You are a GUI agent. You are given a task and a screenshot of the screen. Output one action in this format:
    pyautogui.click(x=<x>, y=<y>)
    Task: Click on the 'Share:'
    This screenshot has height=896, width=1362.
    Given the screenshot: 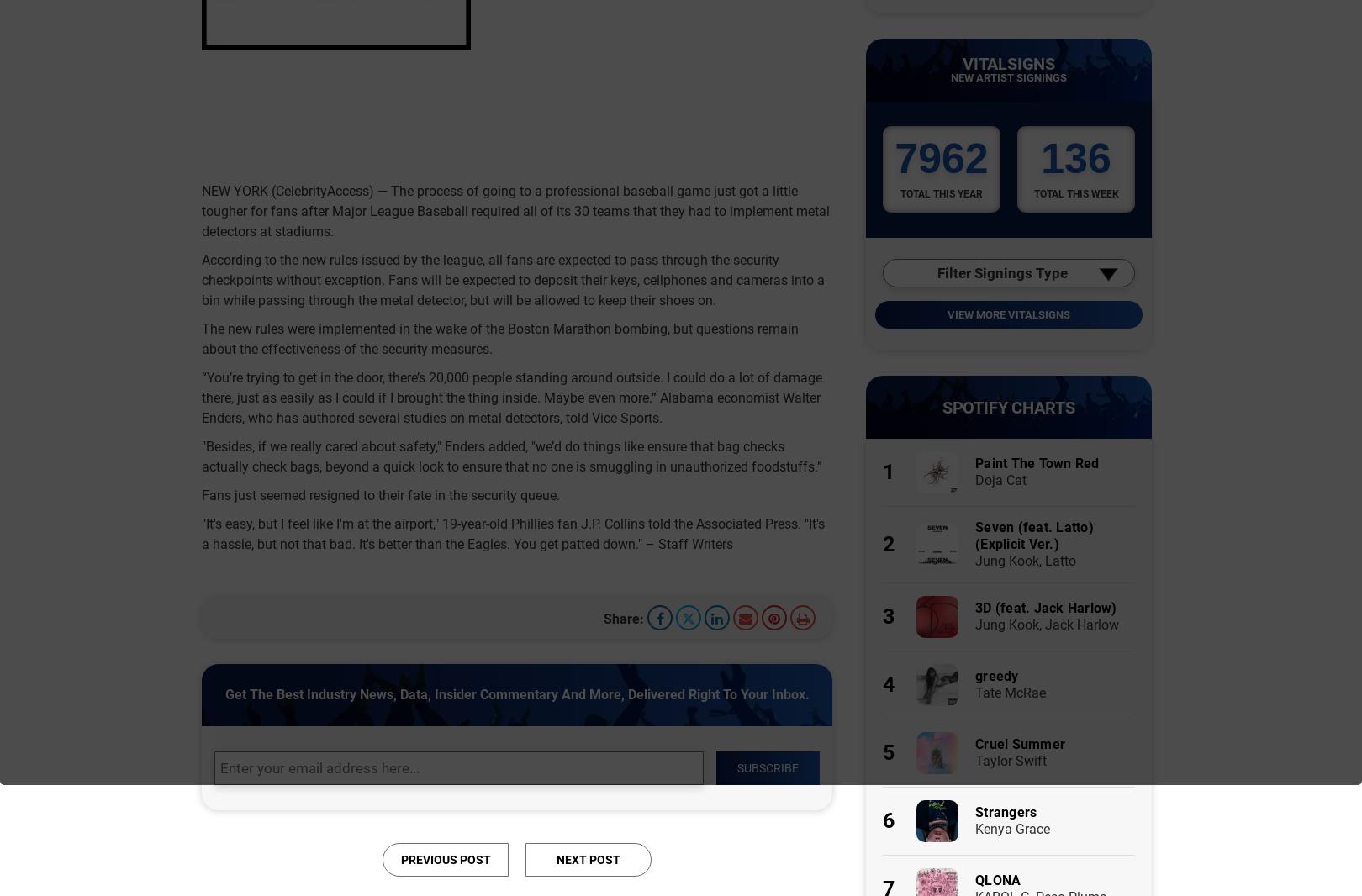 What is the action you would take?
    pyautogui.click(x=622, y=617)
    